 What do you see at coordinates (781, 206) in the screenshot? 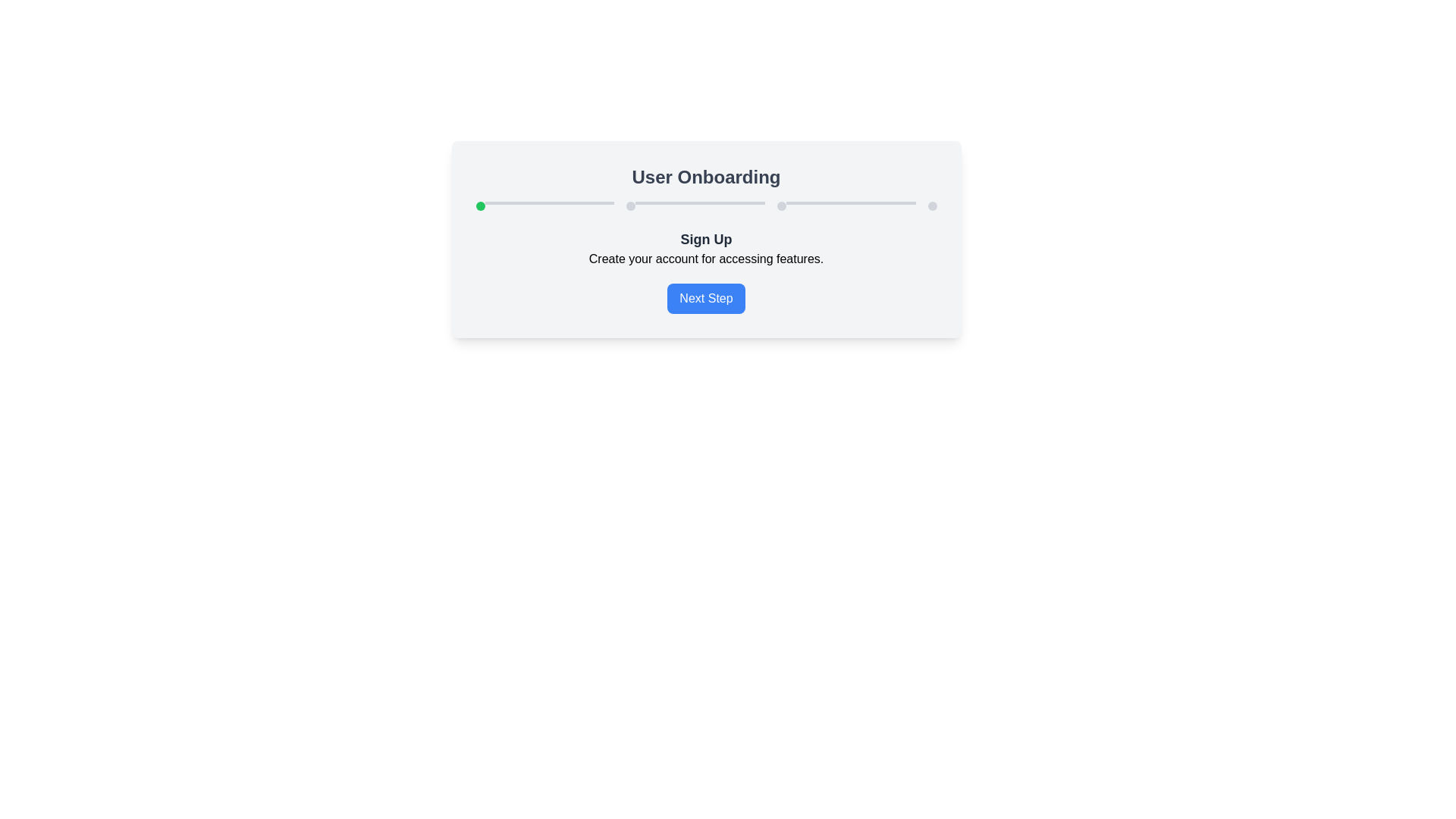
I see `the fifth circle in the progress bar, which indicates an inactive step in a multi-step process` at bounding box center [781, 206].